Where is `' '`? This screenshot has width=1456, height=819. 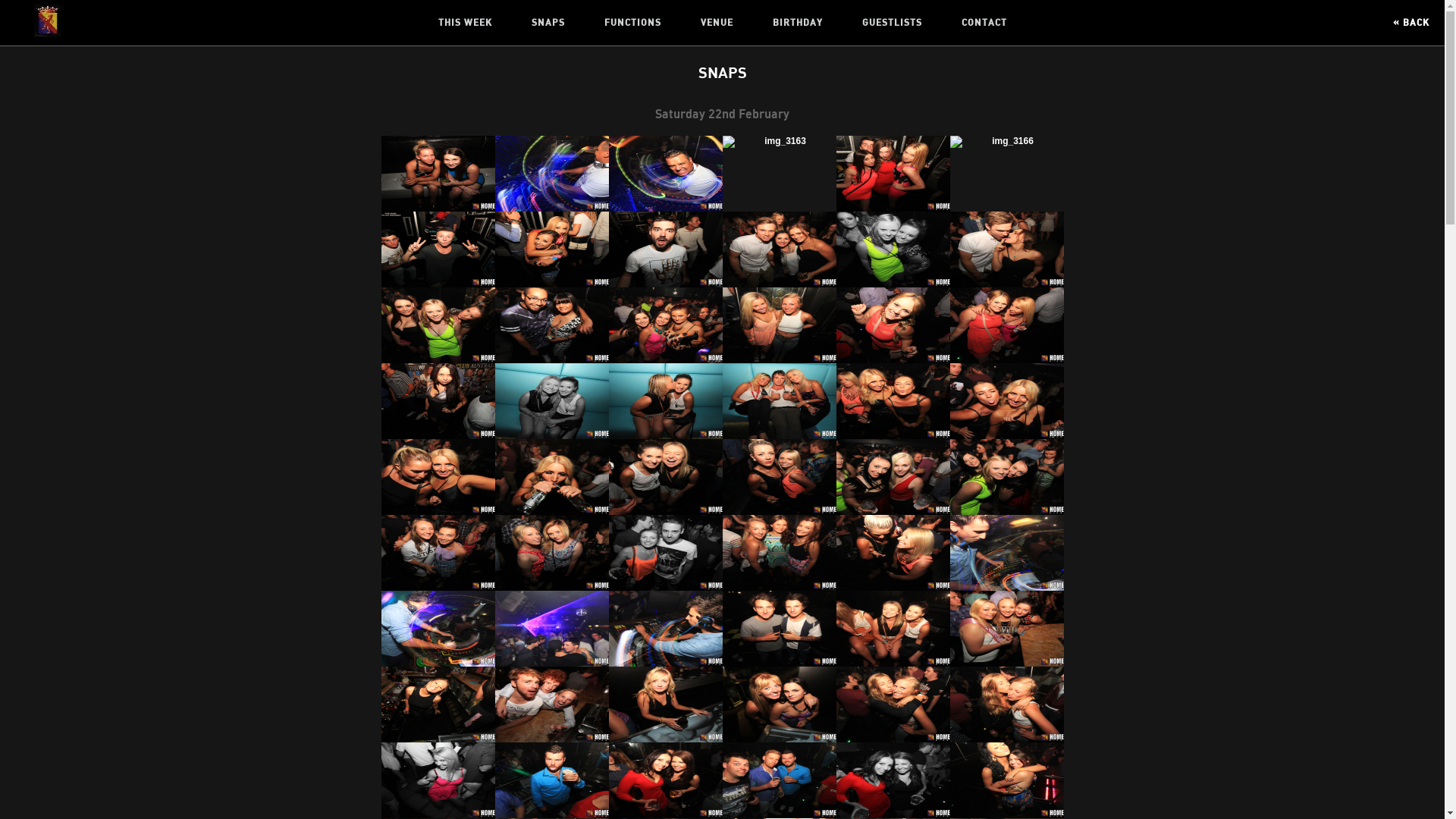 ' ' is located at coordinates (892, 629).